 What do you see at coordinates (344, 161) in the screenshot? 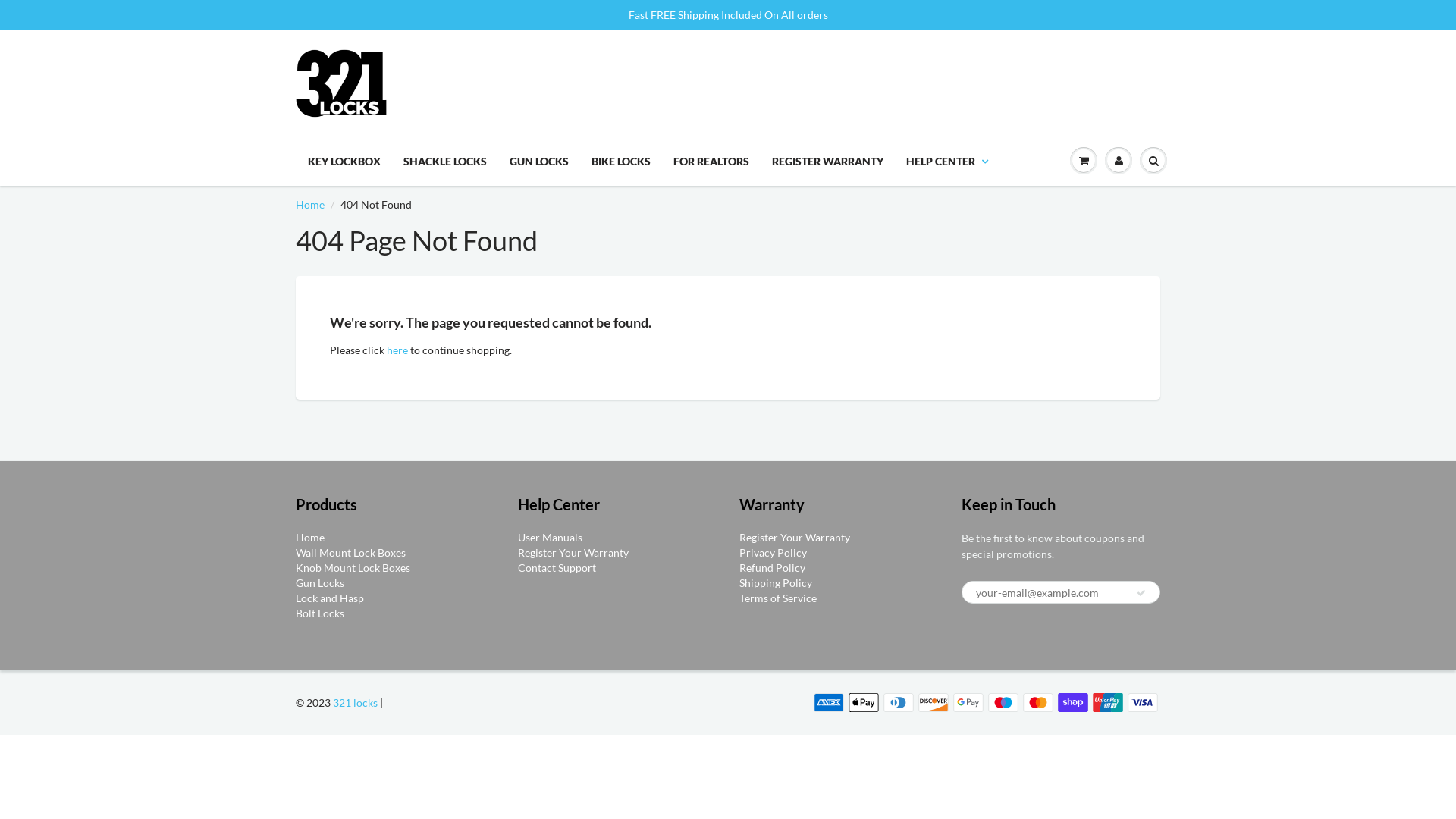
I see `'KEY LOCKBOX'` at bounding box center [344, 161].